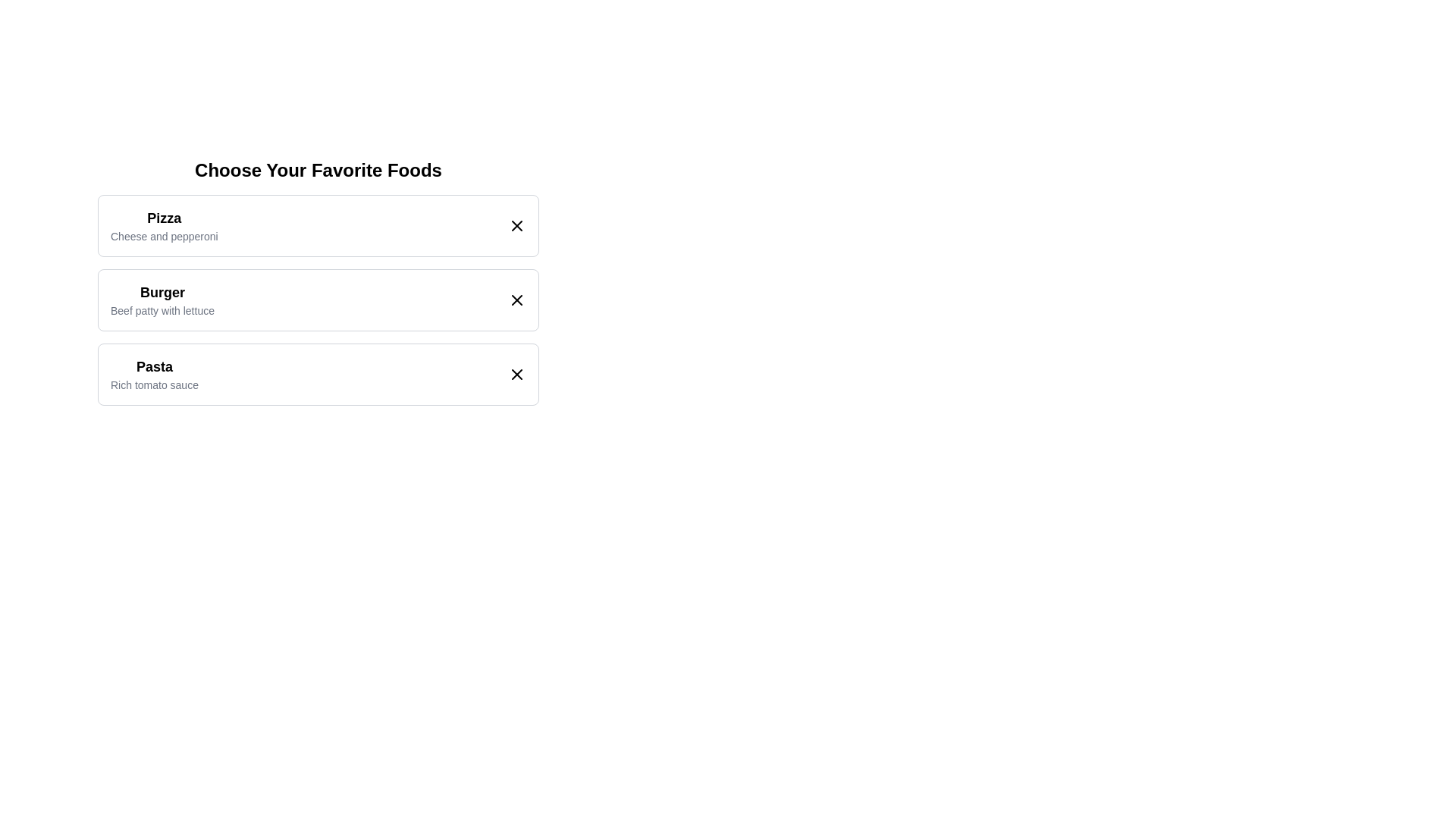  Describe the element at coordinates (516, 225) in the screenshot. I see `the dismiss button located at the top-right corner of the panel labeled 'Pizza' with the description 'Cheese and pepperoni'` at that location.